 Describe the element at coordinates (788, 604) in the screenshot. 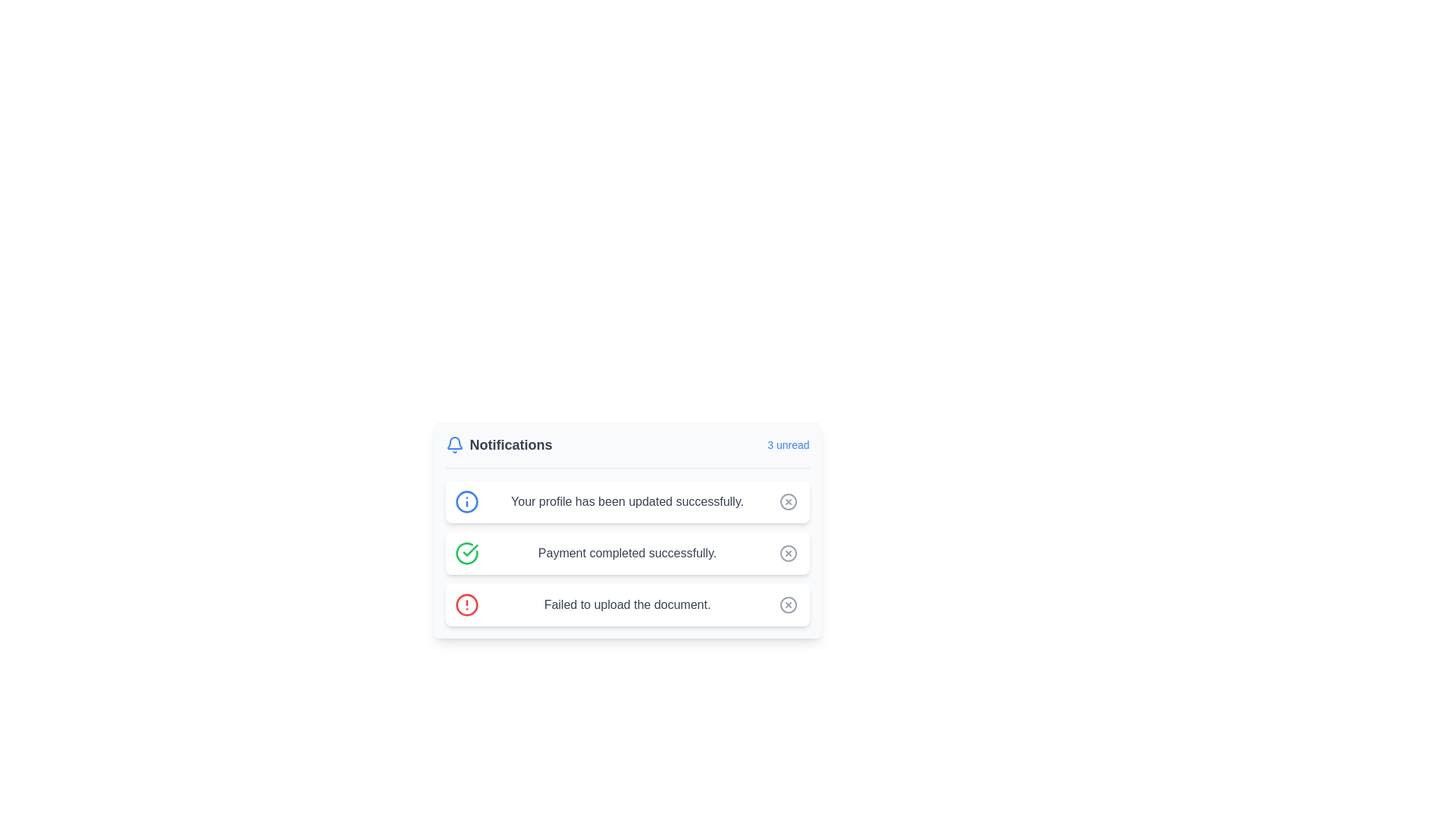

I see `the dismiss button, which is a circular gray-bordered icon with an 'x' symbol, located at the far right of the bottom row in the notification panel, next to the 'Failed to upload the document.' notification` at that location.